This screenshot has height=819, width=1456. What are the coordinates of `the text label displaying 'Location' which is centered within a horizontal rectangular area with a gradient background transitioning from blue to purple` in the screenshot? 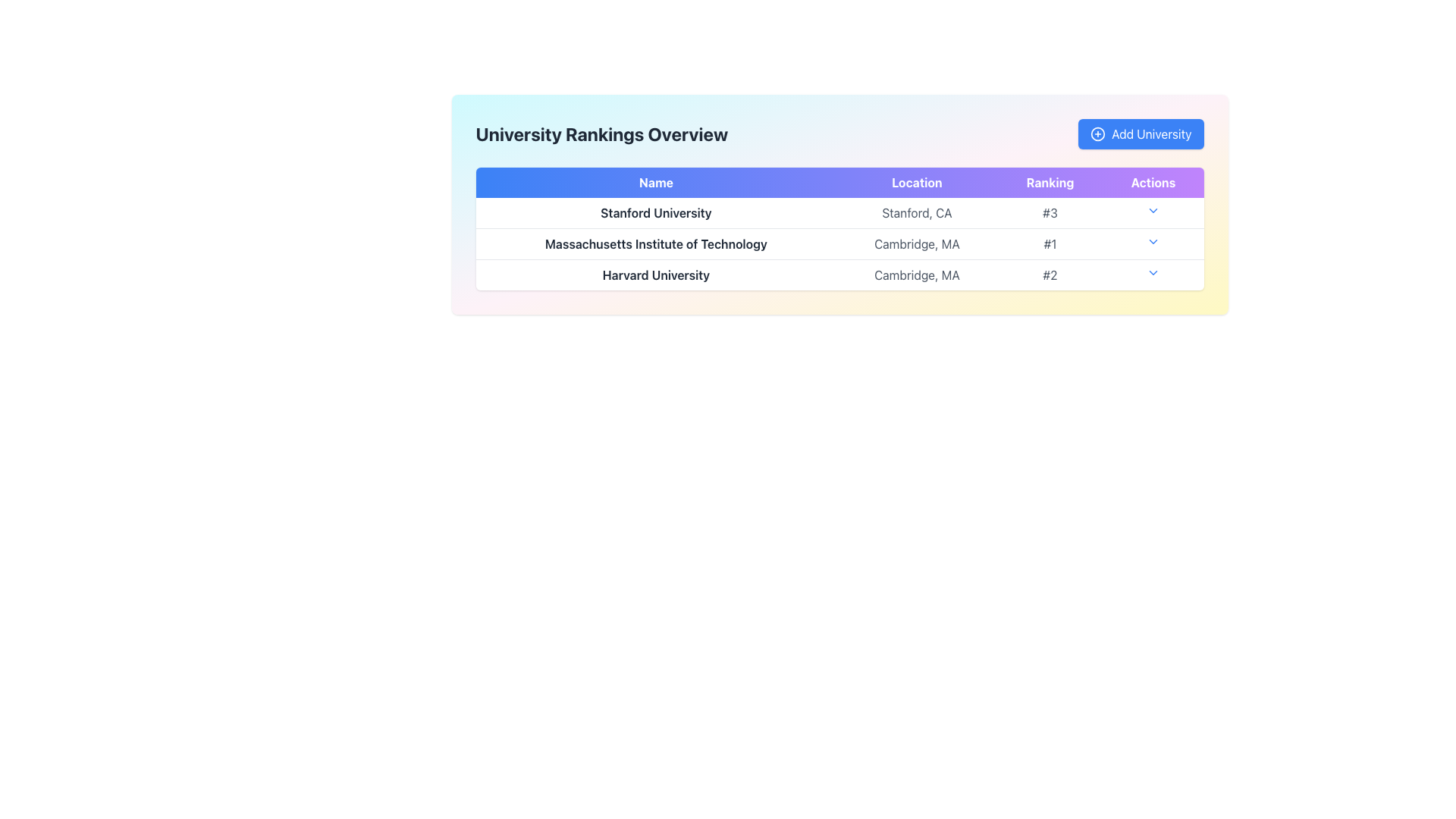 It's located at (916, 181).